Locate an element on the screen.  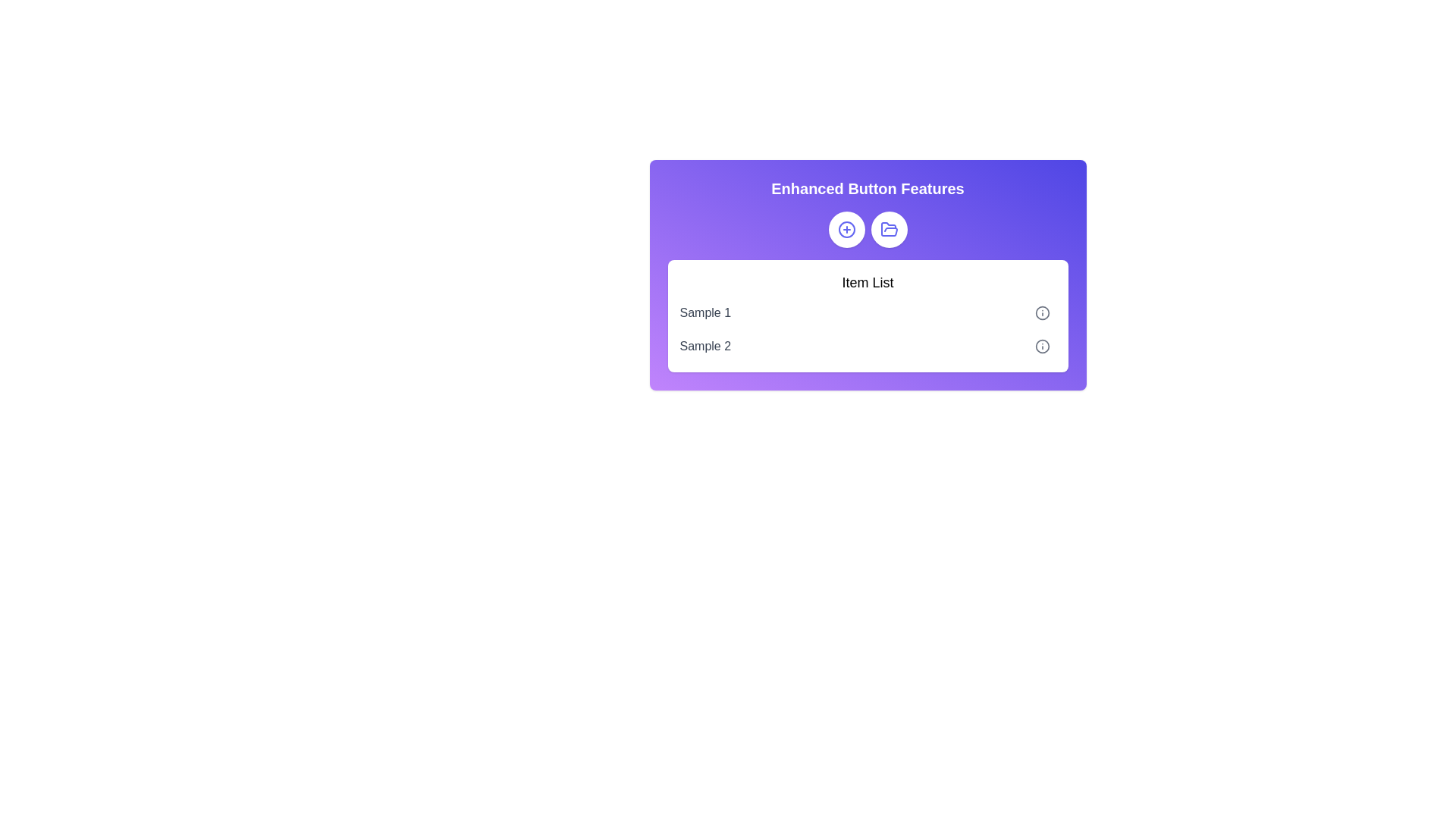
the circular button with a folder icon and blue outline located at the top of the card labeled 'Enhanced Button Features' is located at coordinates (889, 230).